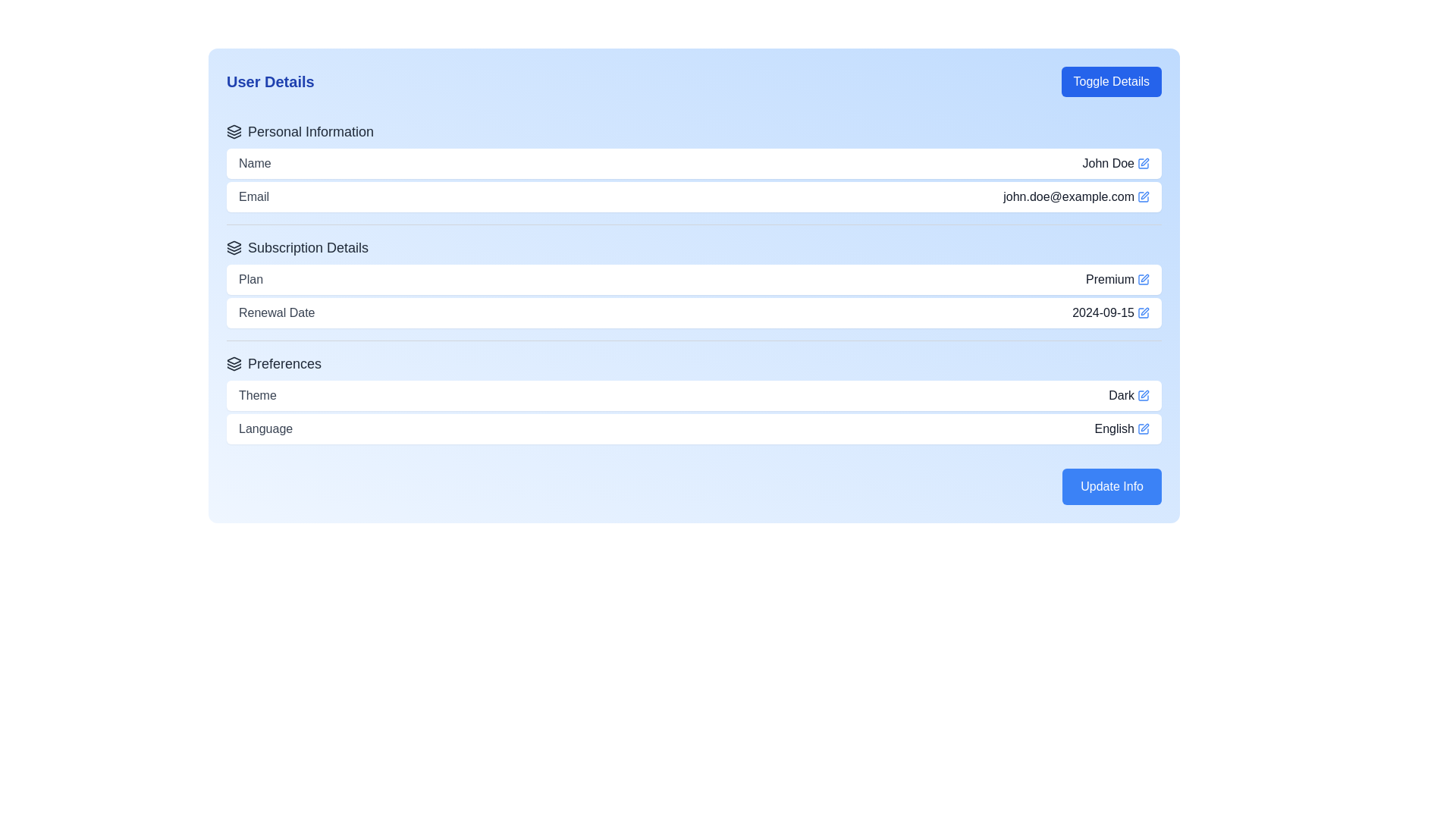 This screenshot has height=819, width=1456. I want to click on the 'Plan' text label in the 'Subscription Details' section, which is styled in gray and displayed in a sans-serif font, so click(251, 280).